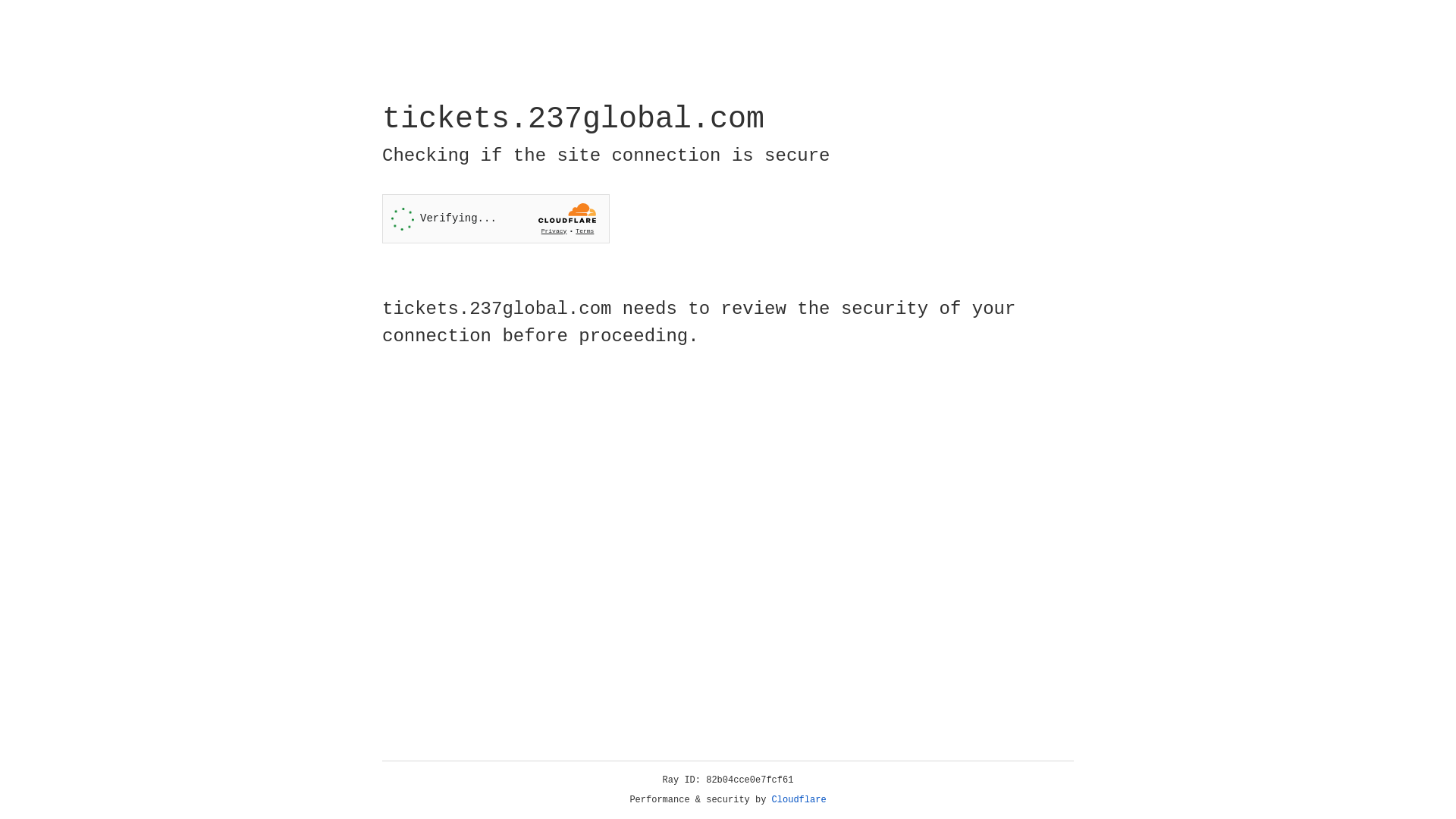 The width and height of the screenshot is (1456, 819). I want to click on 'Widget containing a Cloudflare security challenge', so click(495, 218).